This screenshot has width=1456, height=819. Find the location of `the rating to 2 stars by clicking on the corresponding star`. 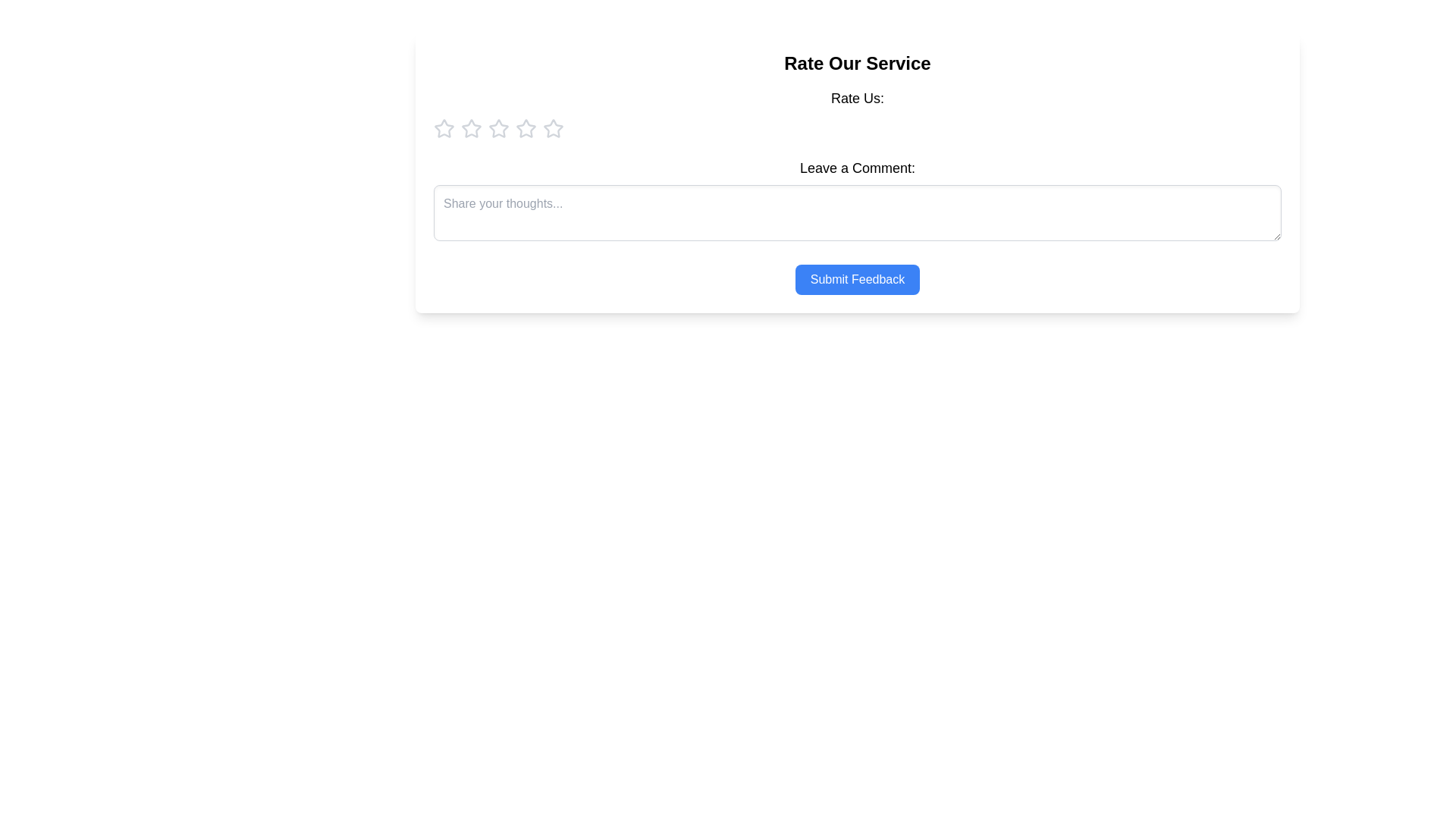

the rating to 2 stars by clicking on the corresponding star is located at coordinates (471, 127).